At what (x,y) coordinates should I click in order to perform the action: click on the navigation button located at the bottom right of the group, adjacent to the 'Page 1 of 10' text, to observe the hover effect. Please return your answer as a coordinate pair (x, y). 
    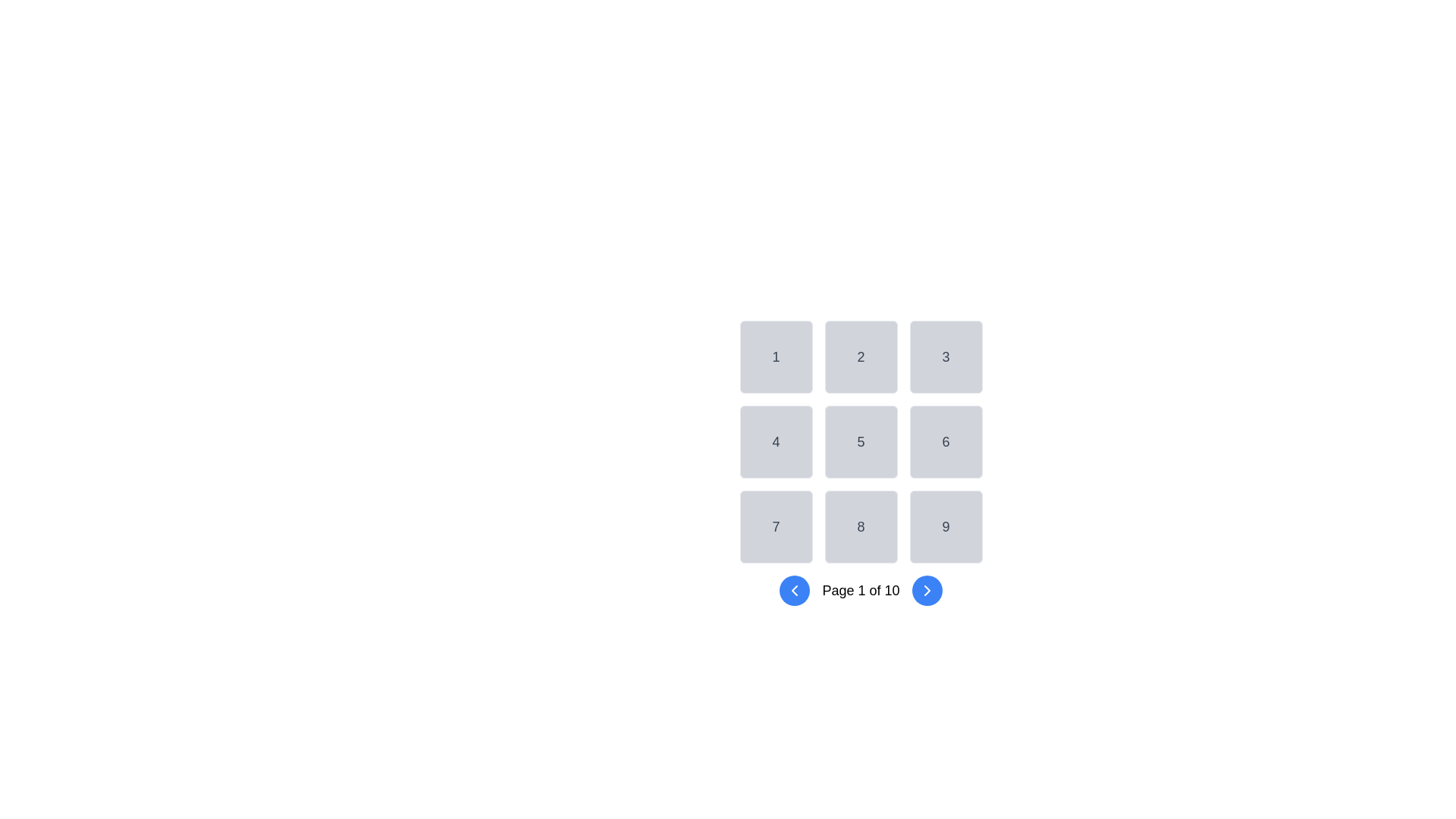
    Looking at the image, I should click on (926, 590).